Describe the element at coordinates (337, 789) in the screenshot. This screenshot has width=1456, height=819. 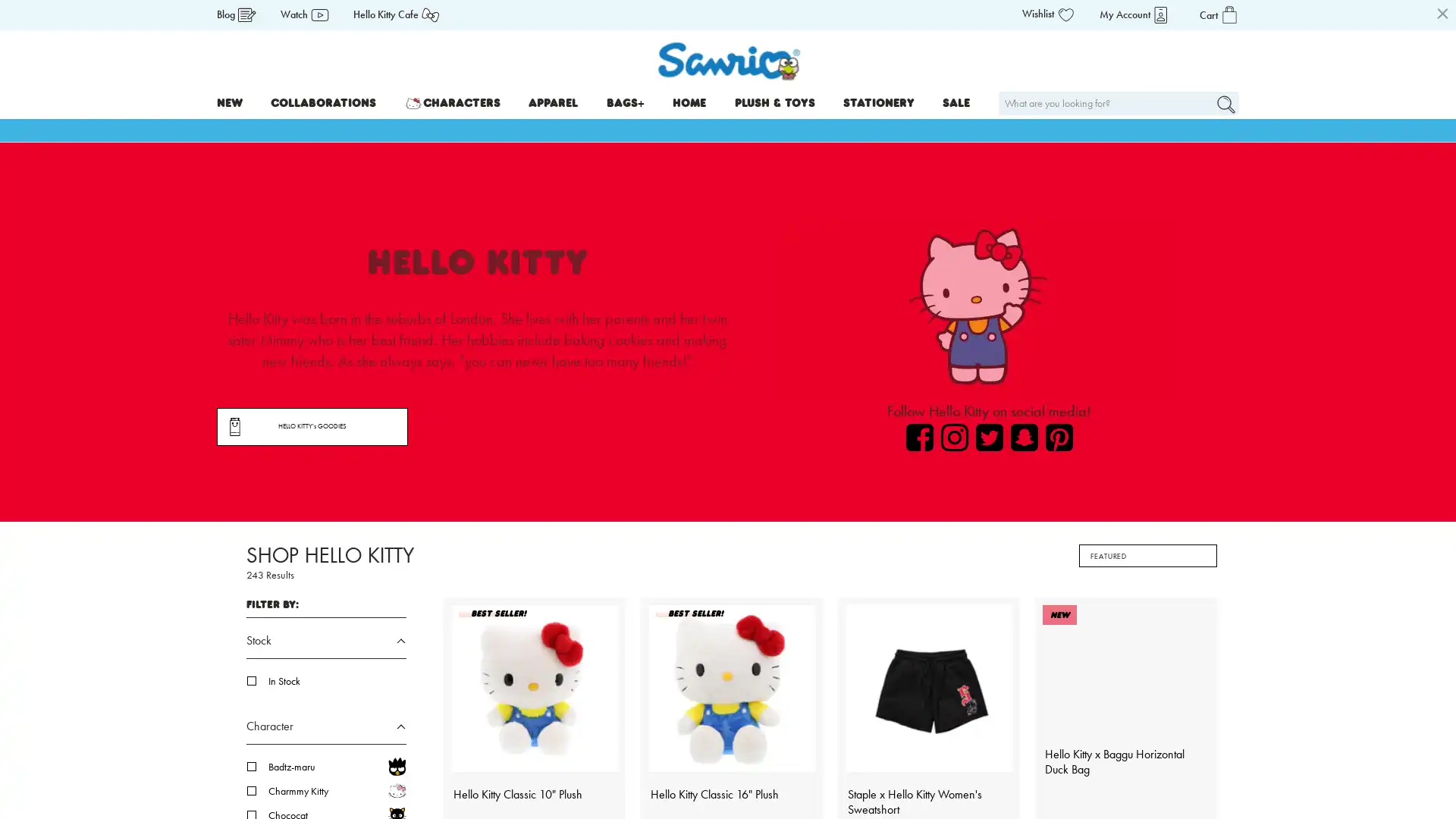
I see `Charmmy Kitty` at that location.